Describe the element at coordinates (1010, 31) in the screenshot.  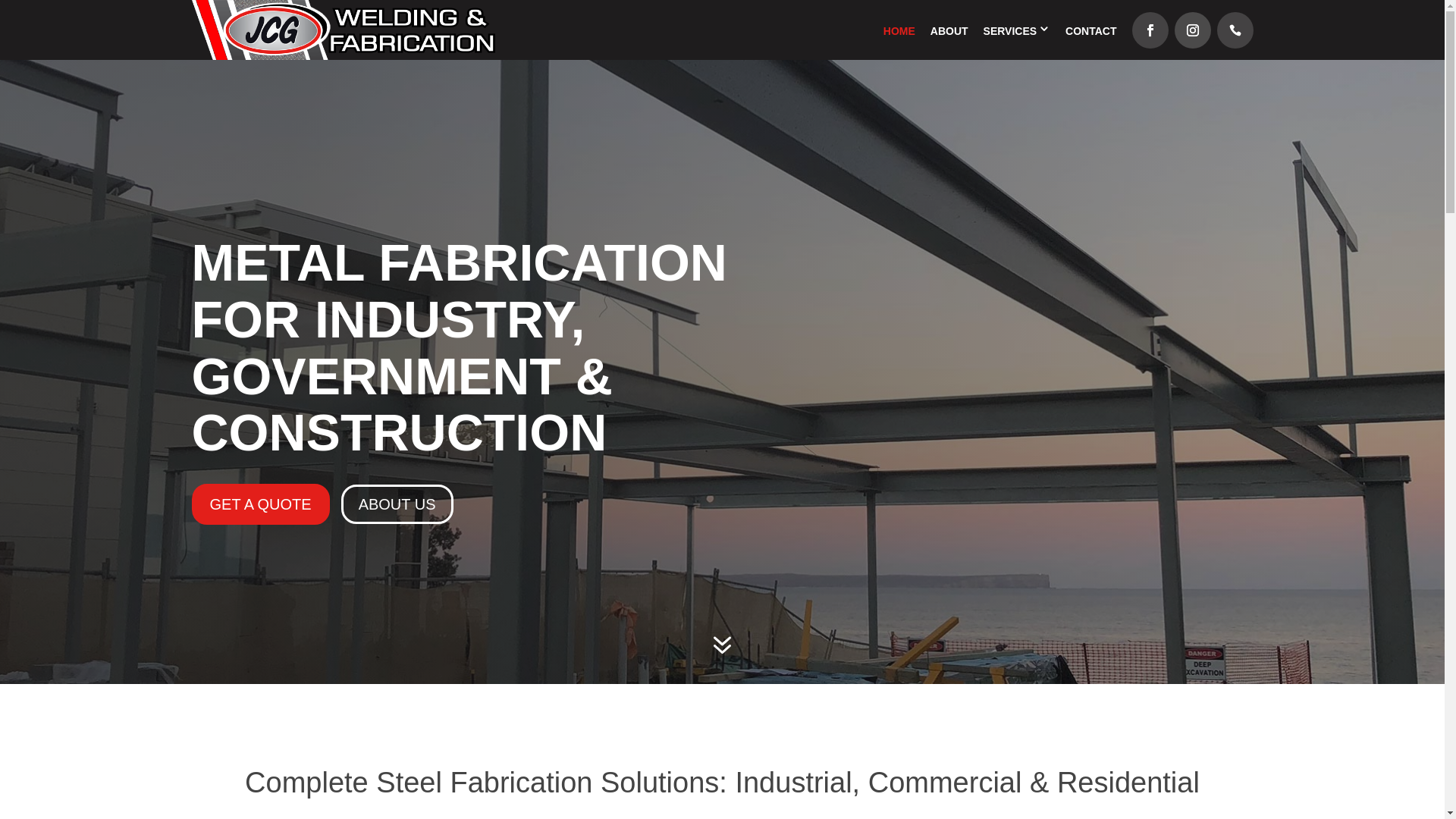
I see `'SERVICES'` at that location.